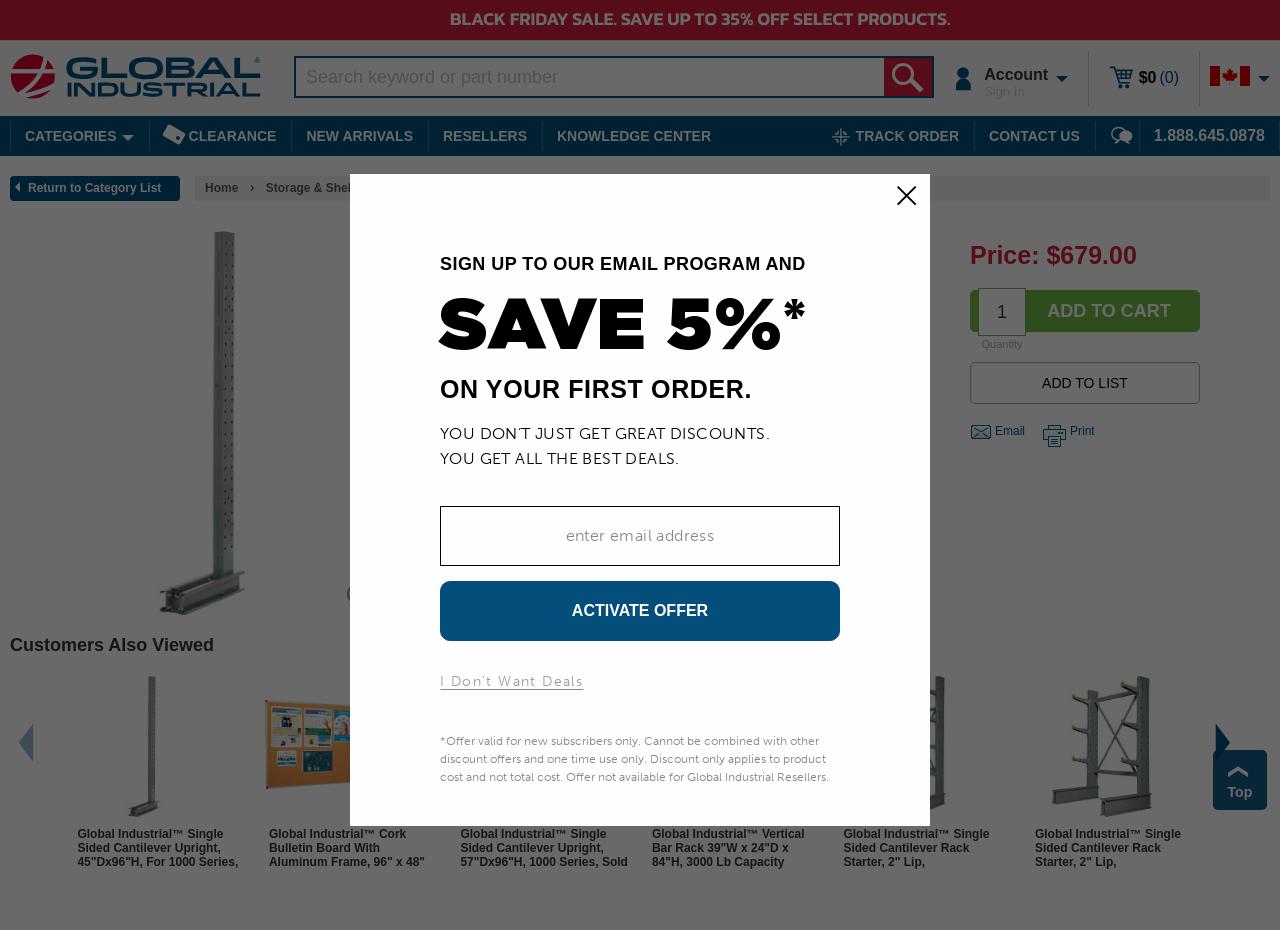 This screenshot has width=1280, height=930. I want to click on 'Global Industrial™ Cork Bulletin Board With Aluminum Frame, 96" x 48"', so click(346, 846).